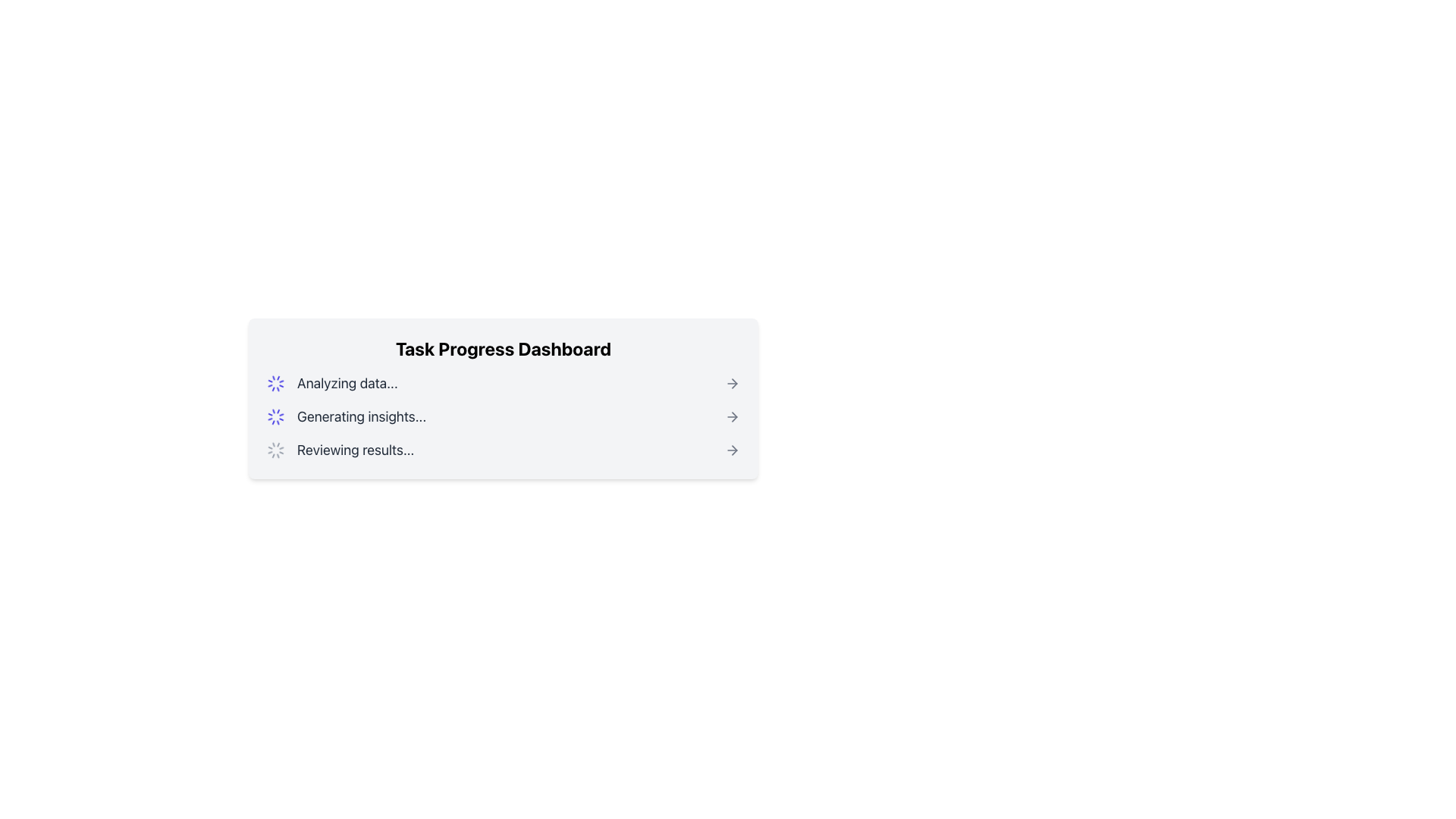 This screenshot has width=1456, height=819. Describe the element at coordinates (732, 450) in the screenshot. I see `the right-facing arrow icon, which is a thin line styled SVG graphic in light gray color, located to the right of the 'Reviewing results...' text in the Task Progress Dashboard` at that location.